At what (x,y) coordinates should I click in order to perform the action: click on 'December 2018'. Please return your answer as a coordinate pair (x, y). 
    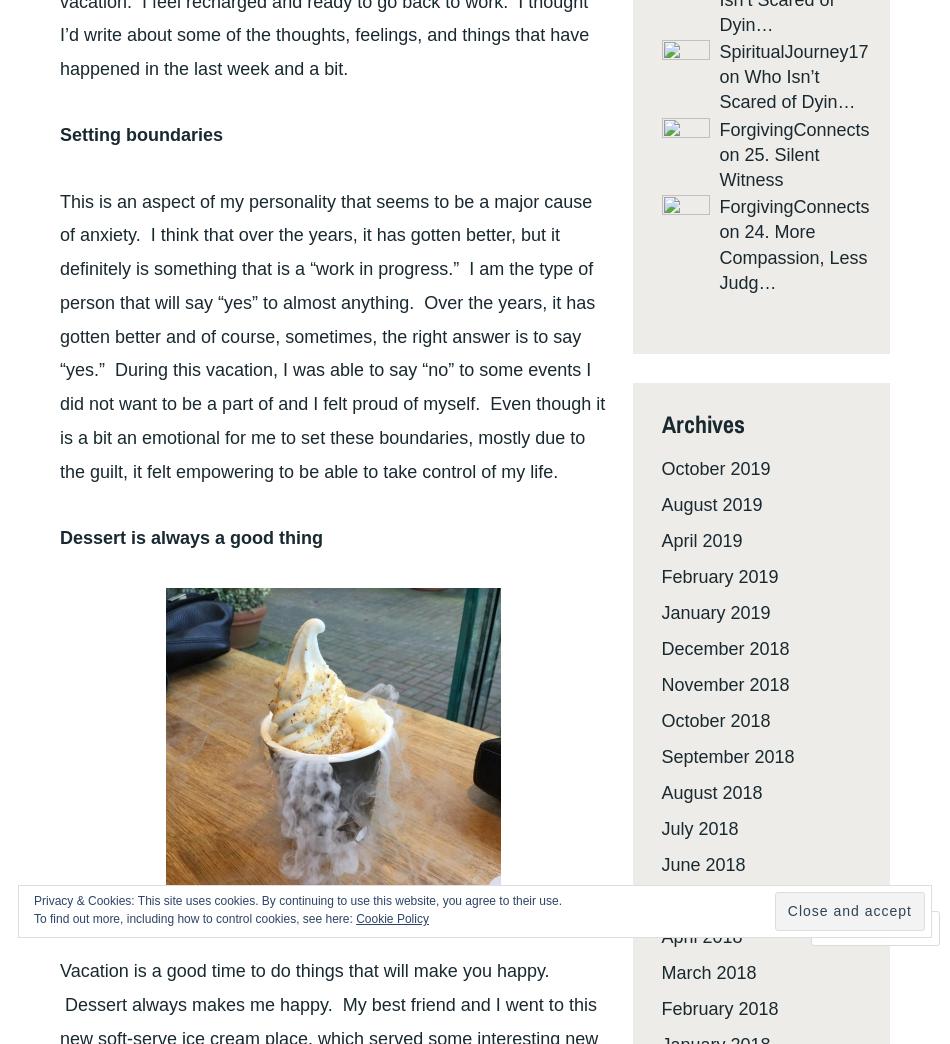
    Looking at the image, I should click on (724, 648).